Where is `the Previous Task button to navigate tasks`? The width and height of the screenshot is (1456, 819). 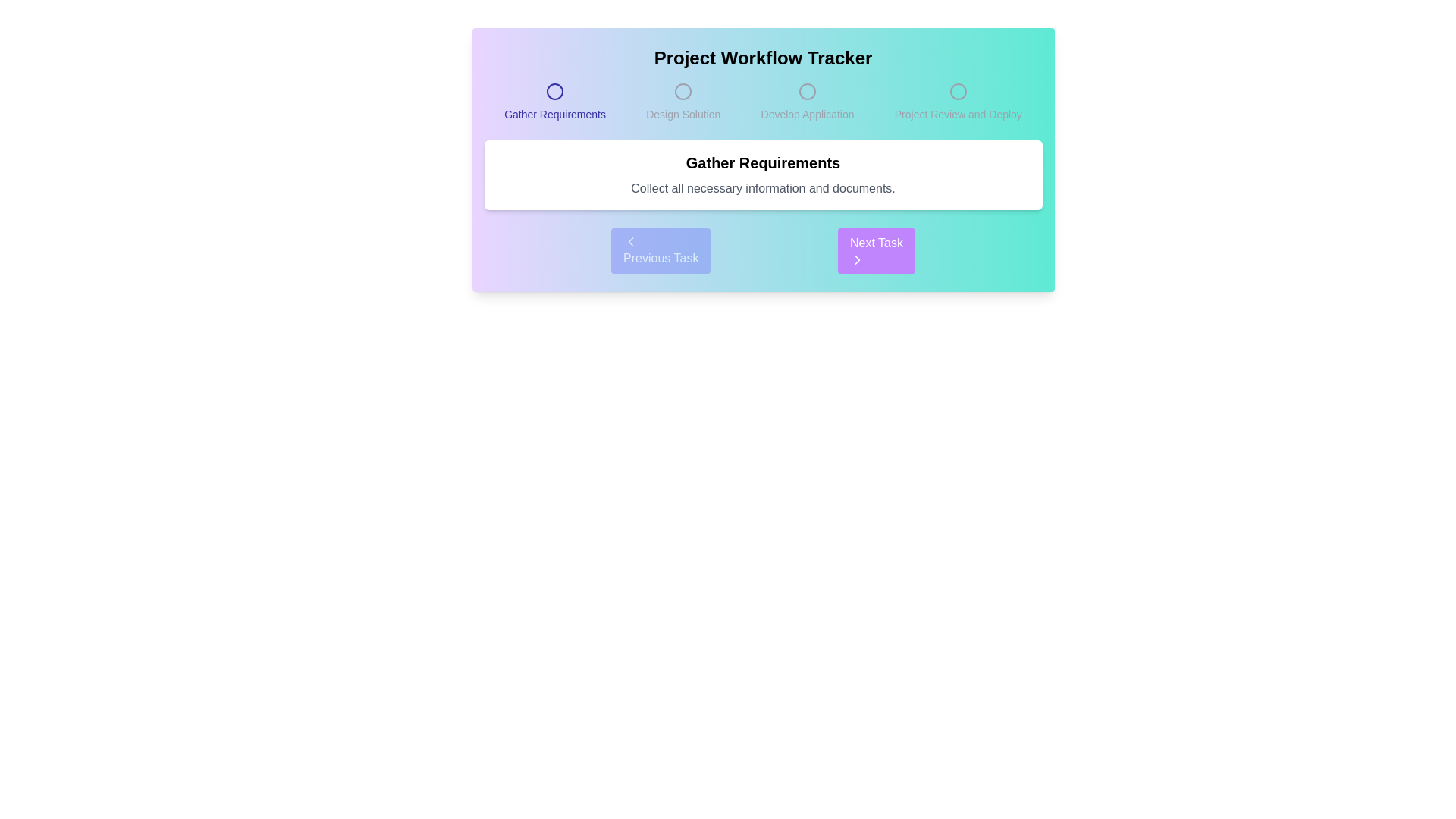 the Previous Task button to navigate tasks is located at coordinates (661, 250).